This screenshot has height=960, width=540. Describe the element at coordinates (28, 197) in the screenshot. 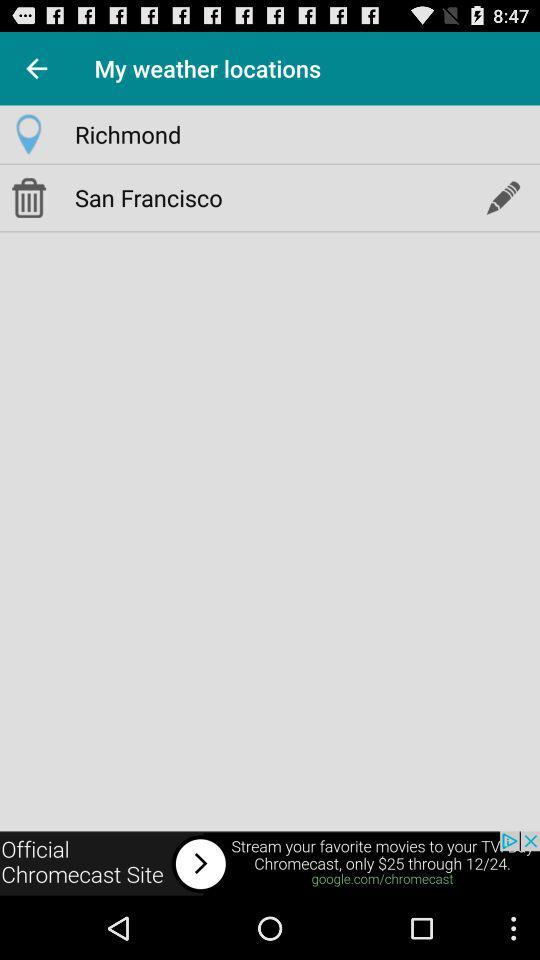

I see `to click delete option and remove particular item` at that location.